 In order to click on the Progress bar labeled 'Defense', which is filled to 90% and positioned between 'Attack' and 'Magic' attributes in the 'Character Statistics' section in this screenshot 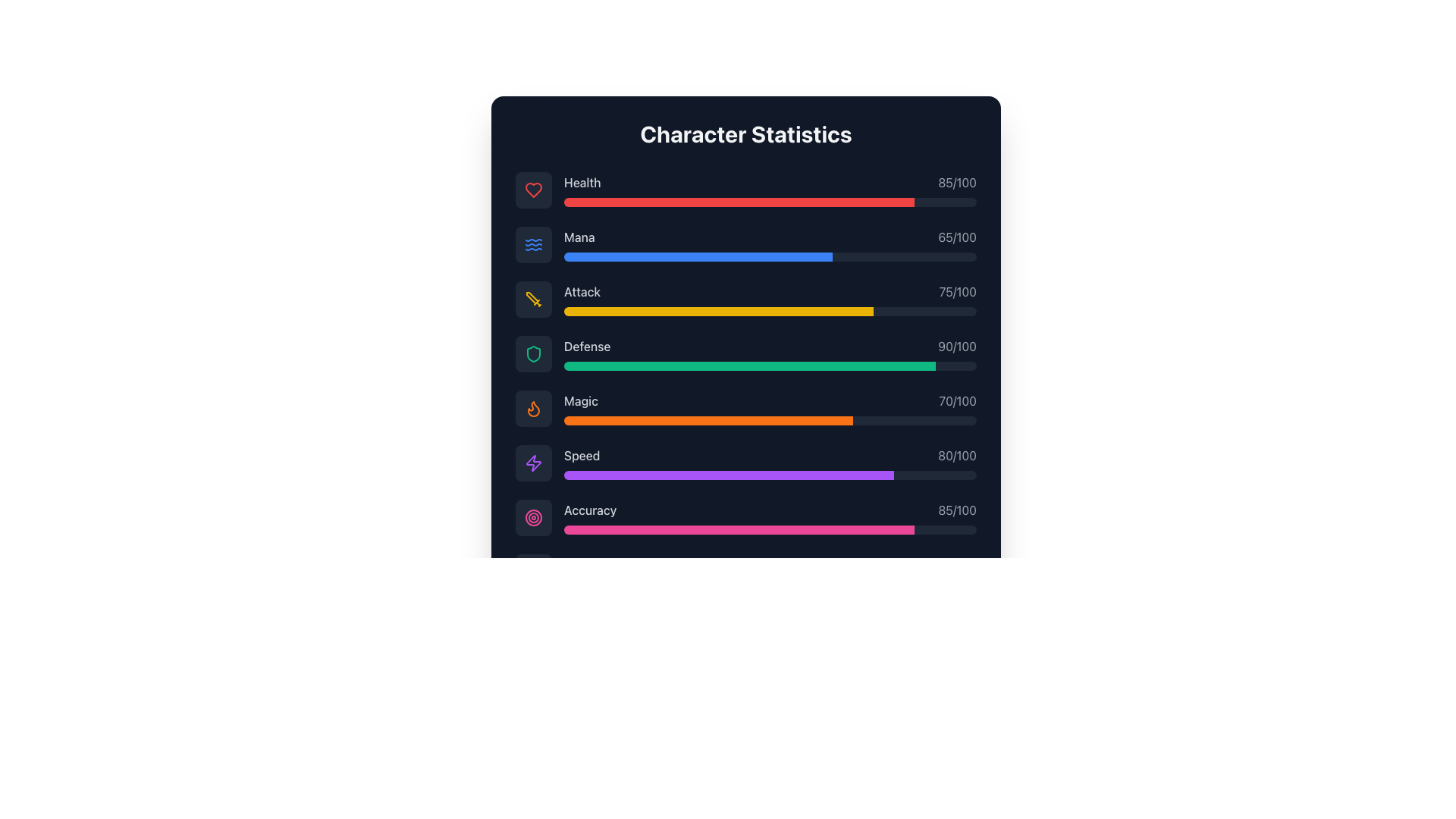, I will do `click(745, 353)`.